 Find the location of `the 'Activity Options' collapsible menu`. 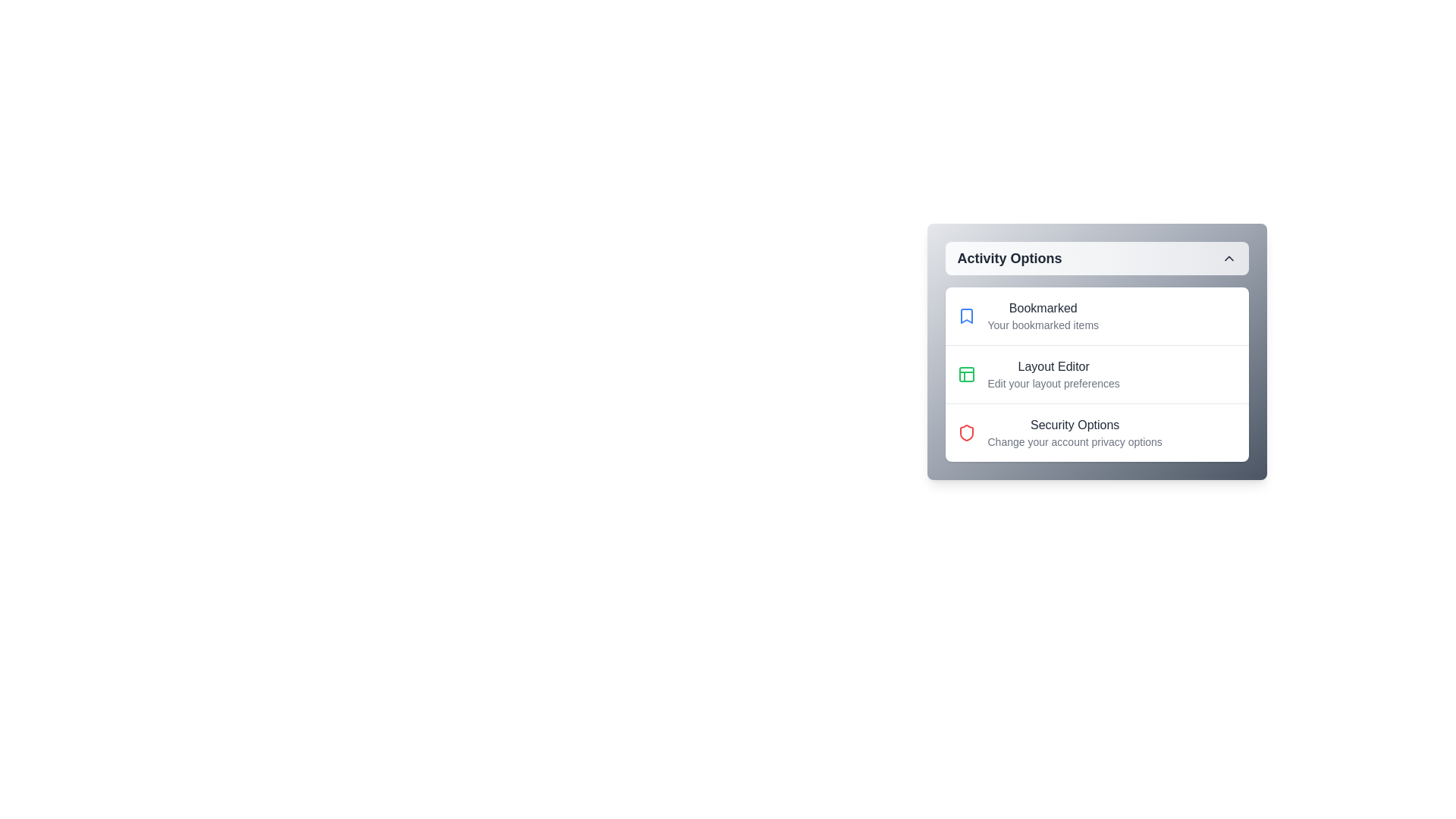

the 'Activity Options' collapsible menu is located at coordinates (1097, 351).